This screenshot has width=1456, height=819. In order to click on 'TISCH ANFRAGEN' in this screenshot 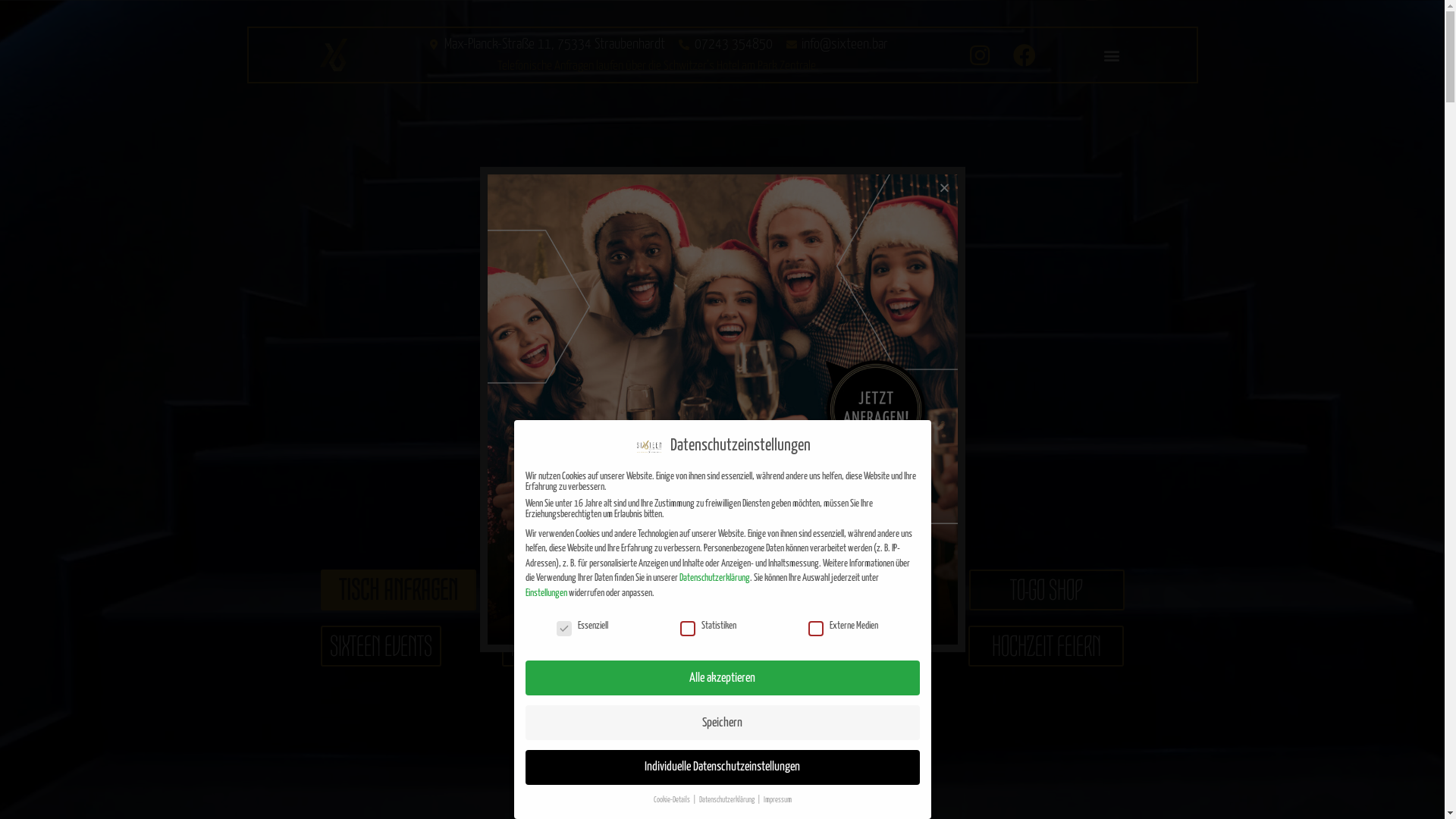, I will do `click(397, 589)`.